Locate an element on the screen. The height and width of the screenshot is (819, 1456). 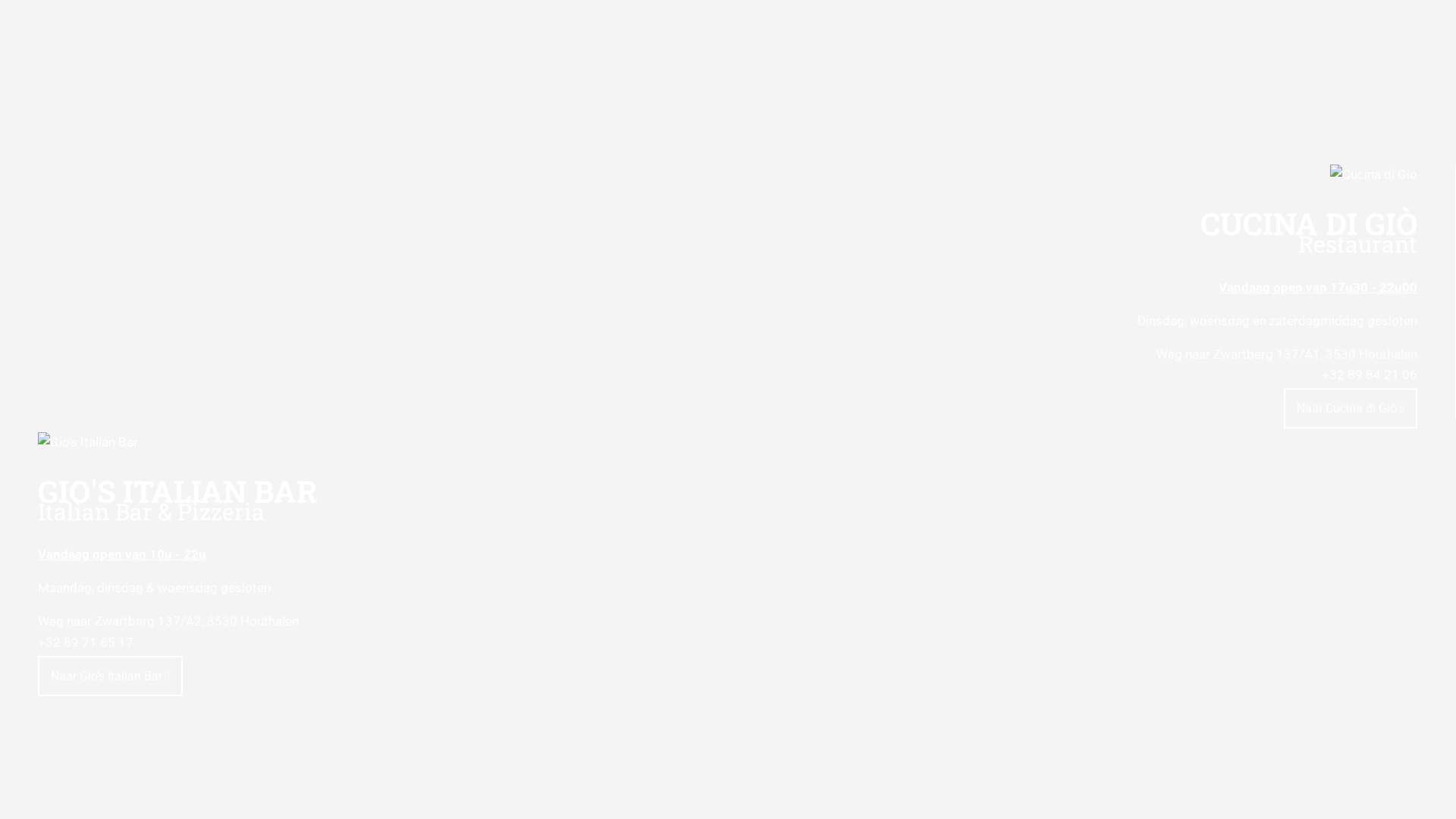
'Naar Gio's Italian Bar' is located at coordinates (109, 675).